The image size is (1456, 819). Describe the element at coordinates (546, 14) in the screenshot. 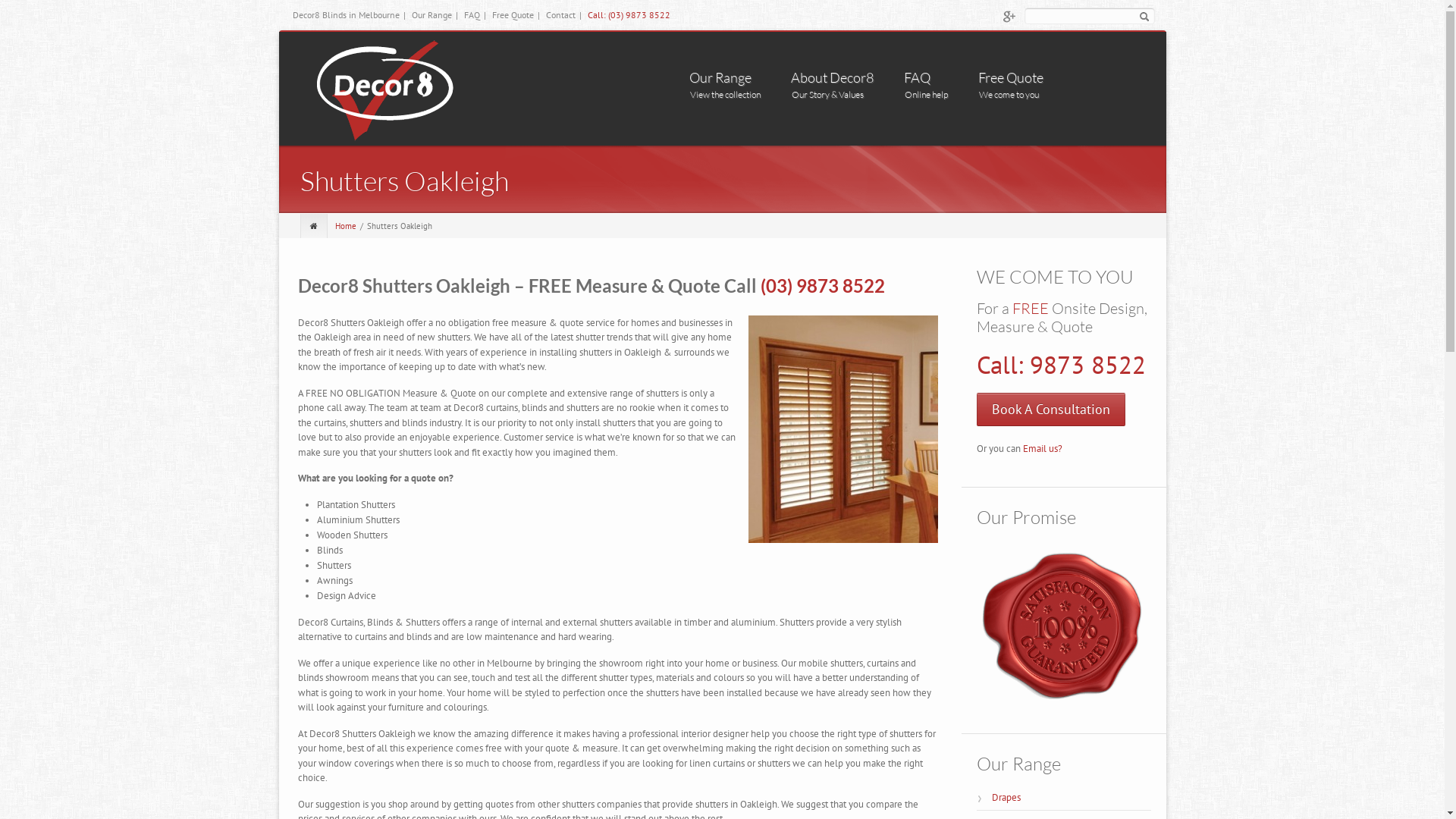

I see `'Contact|'` at that location.